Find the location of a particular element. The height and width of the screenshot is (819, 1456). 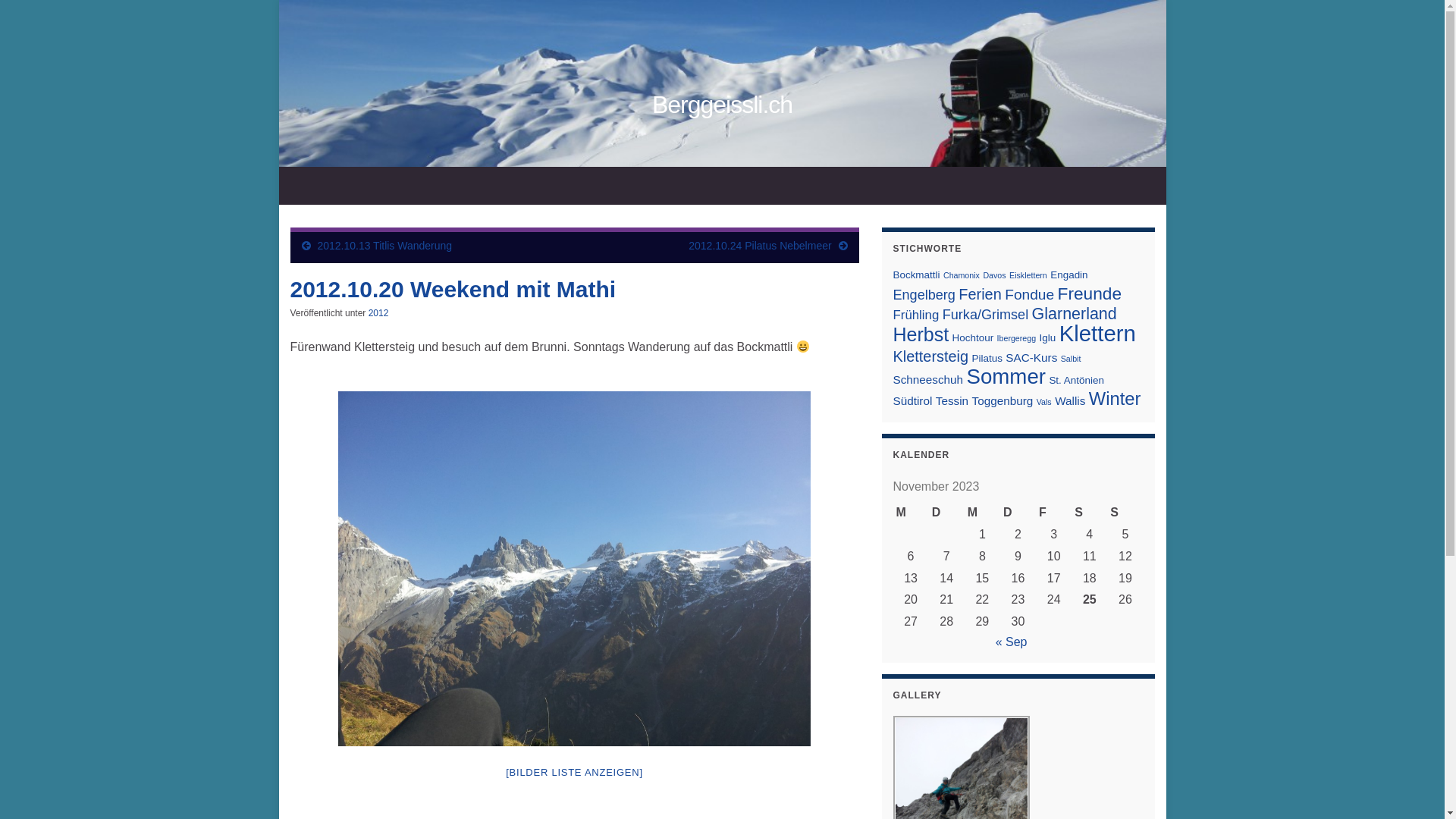

'Salbit' is located at coordinates (1070, 359).